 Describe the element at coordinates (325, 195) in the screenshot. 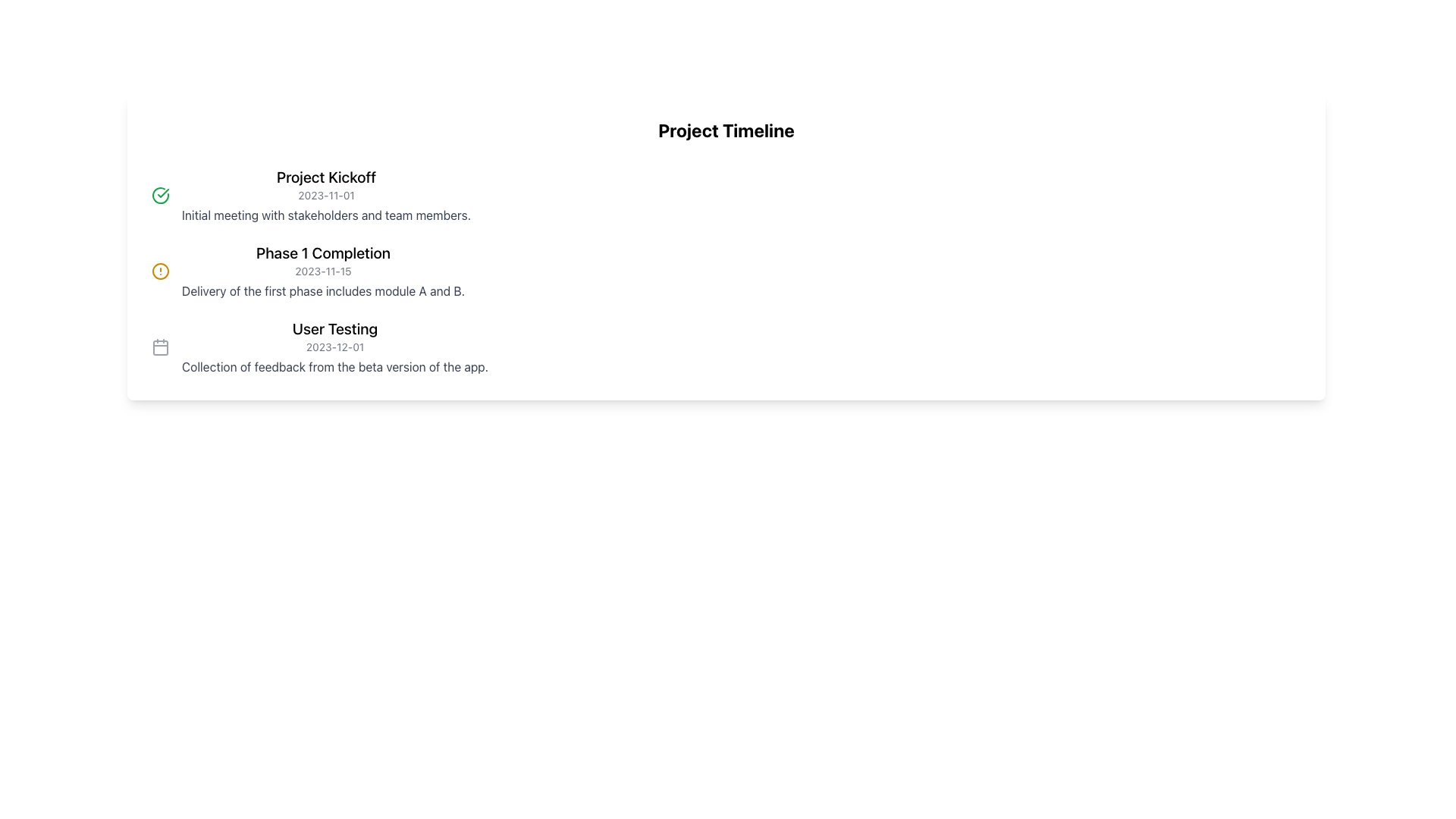

I see `event information from the first Display Card located under the heading 'Project Timeline' in the upper-middle area of the page` at that location.